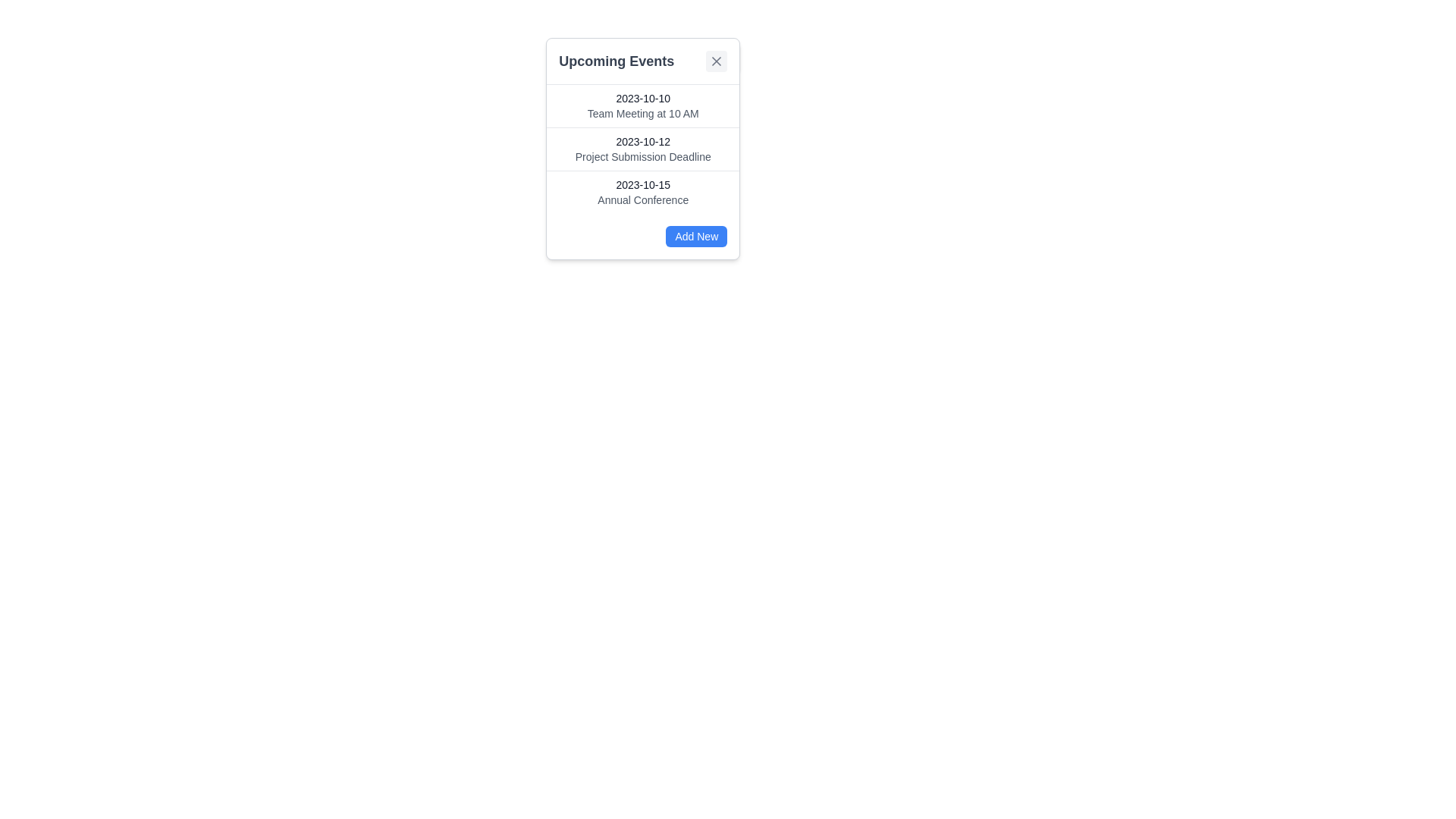 This screenshot has height=819, width=1456. Describe the element at coordinates (617, 61) in the screenshot. I see `the text label that serves as the title for the upcoming events section, which is positioned at the top left of the modal-style component` at that location.